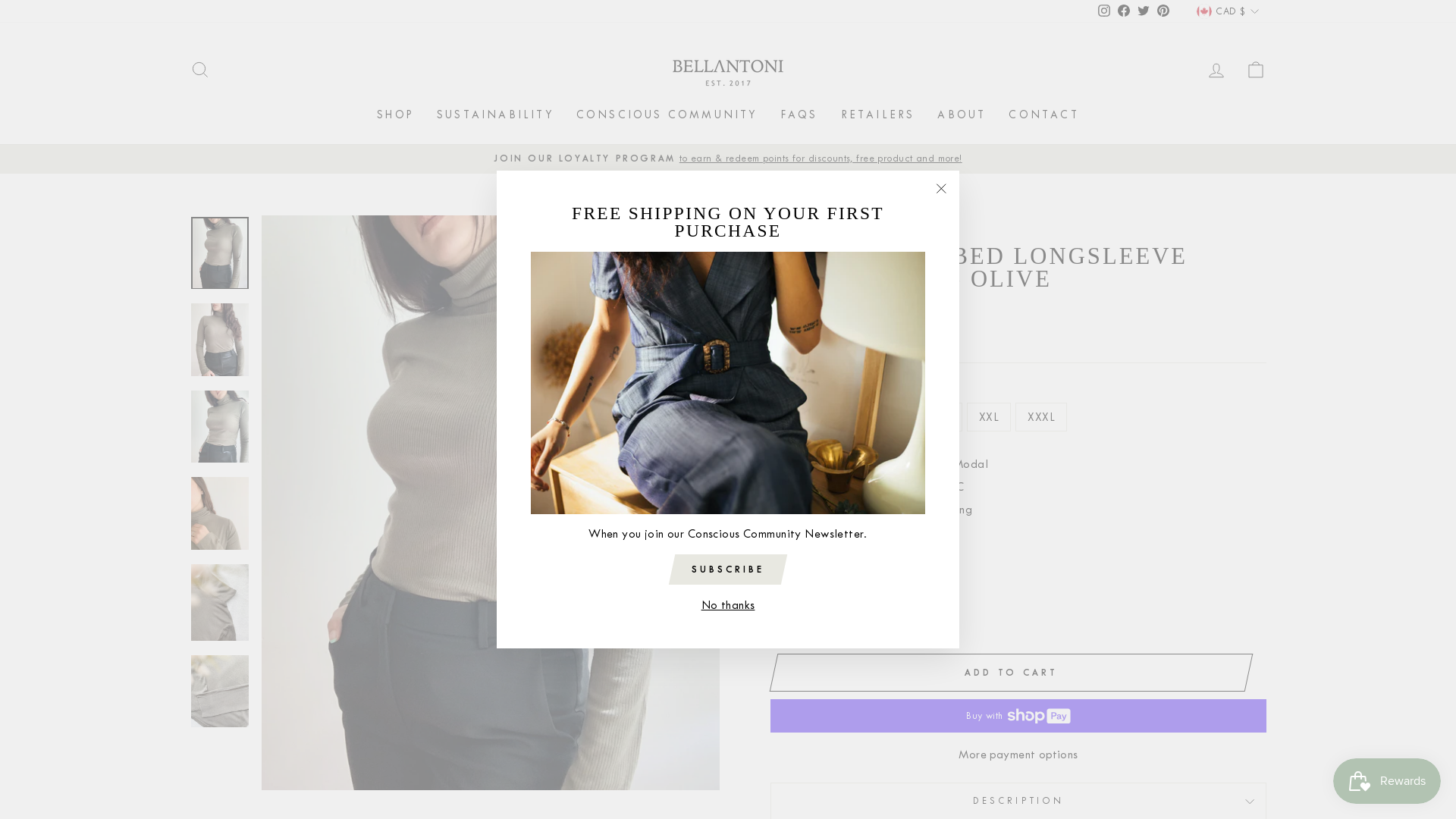 The height and width of the screenshot is (819, 1456). I want to click on 'SHOP', so click(395, 114).